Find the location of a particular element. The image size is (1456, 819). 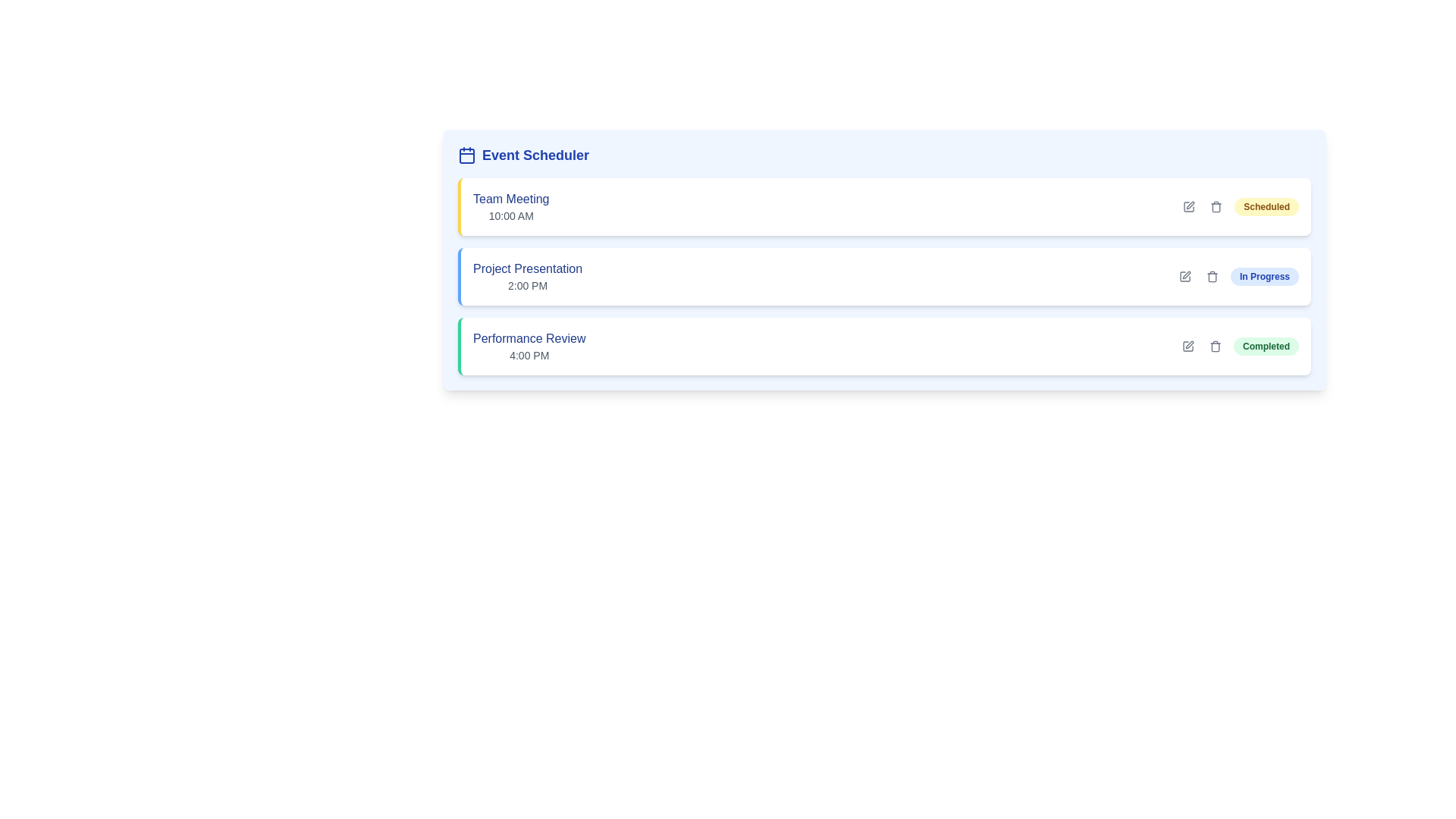

the inner rectangle component of the calendar icon, which is a decorative element within the SVG icon, located to the left of the 'Event Scheduler' title text is located at coordinates (466, 155).